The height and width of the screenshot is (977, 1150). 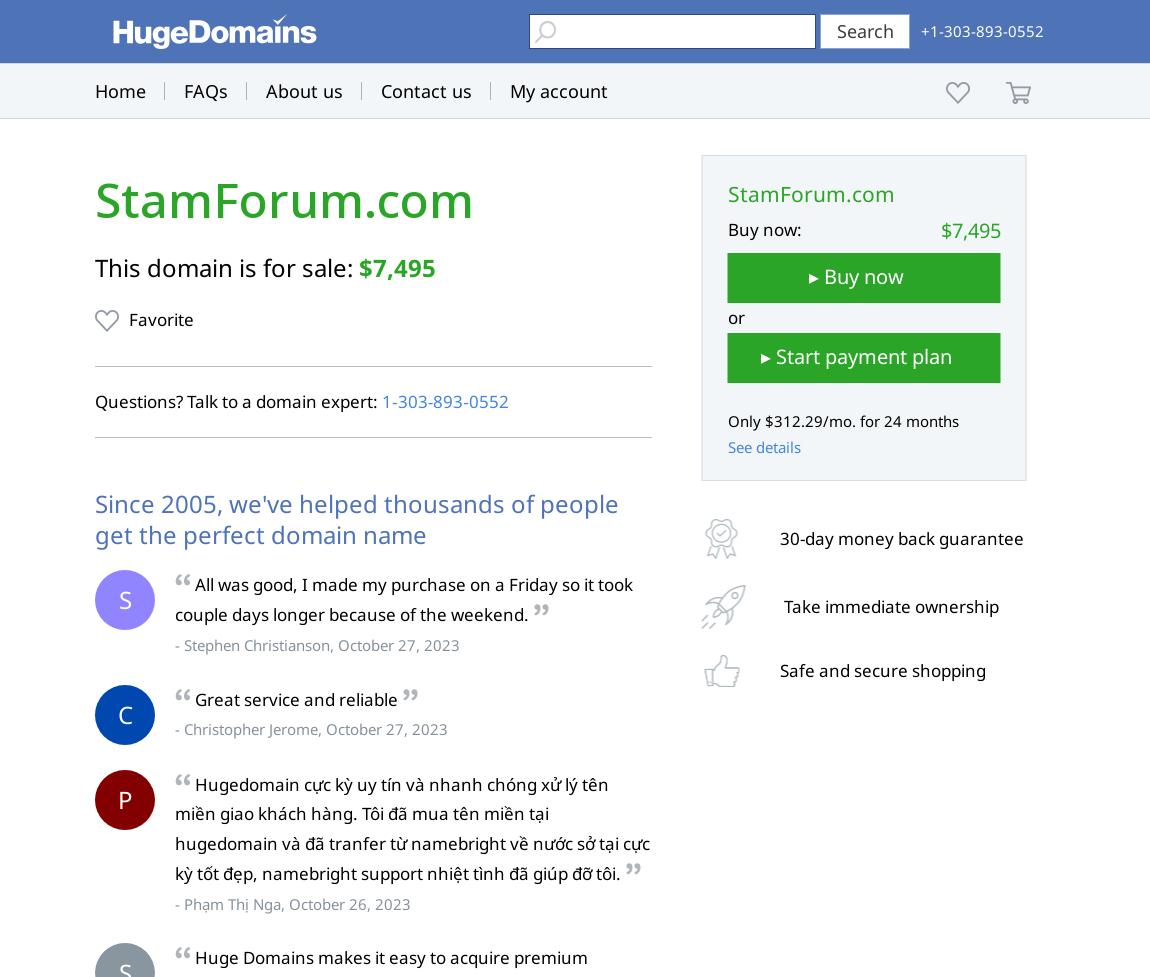 What do you see at coordinates (397, 266) in the screenshot?
I see `'$7,495'` at bounding box center [397, 266].